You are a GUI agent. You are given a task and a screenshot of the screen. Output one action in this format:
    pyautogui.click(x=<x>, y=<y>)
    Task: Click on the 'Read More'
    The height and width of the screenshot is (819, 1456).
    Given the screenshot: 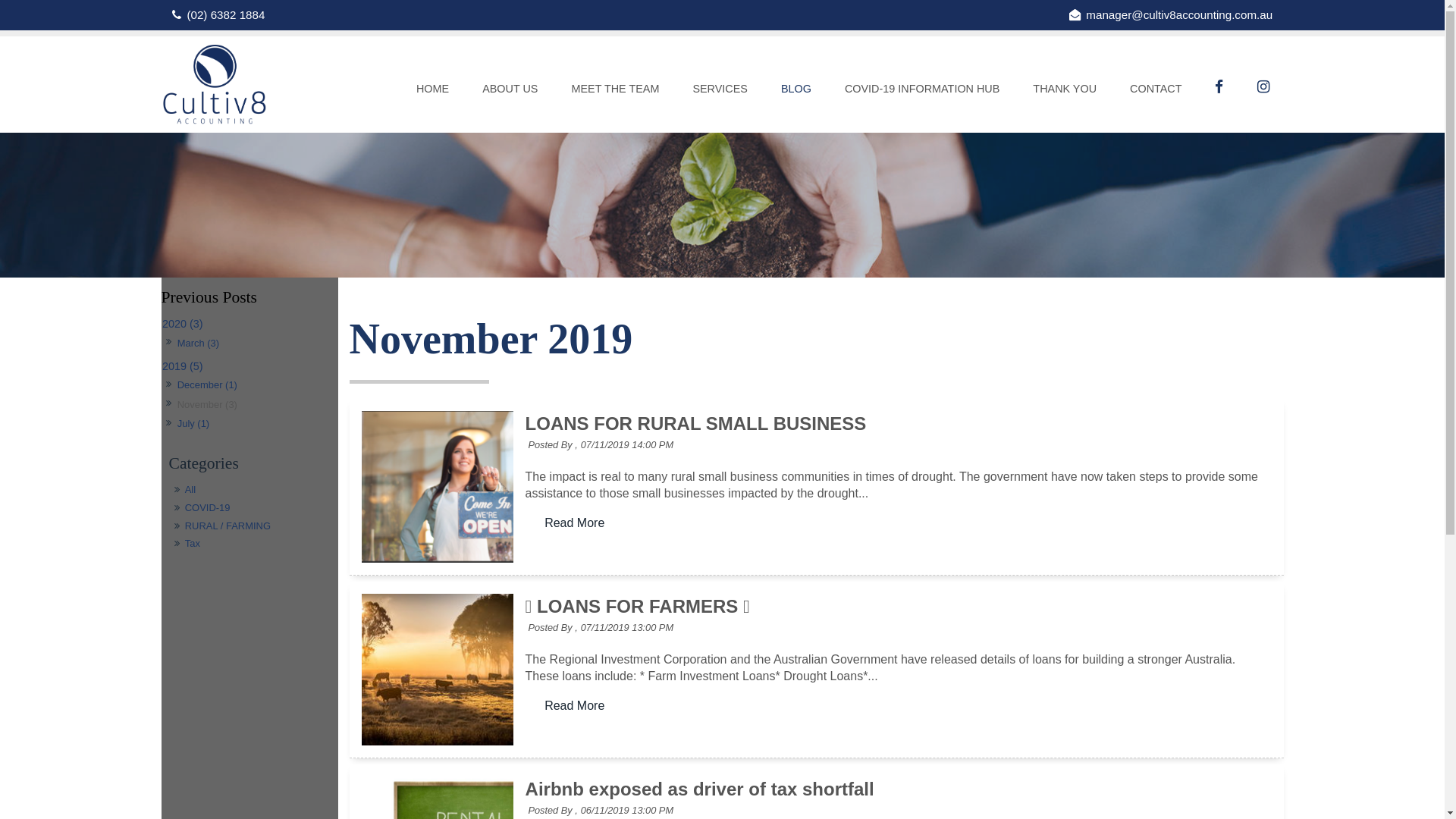 What is the action you would take?
    pyautogui.click(x=574, y=705)
    